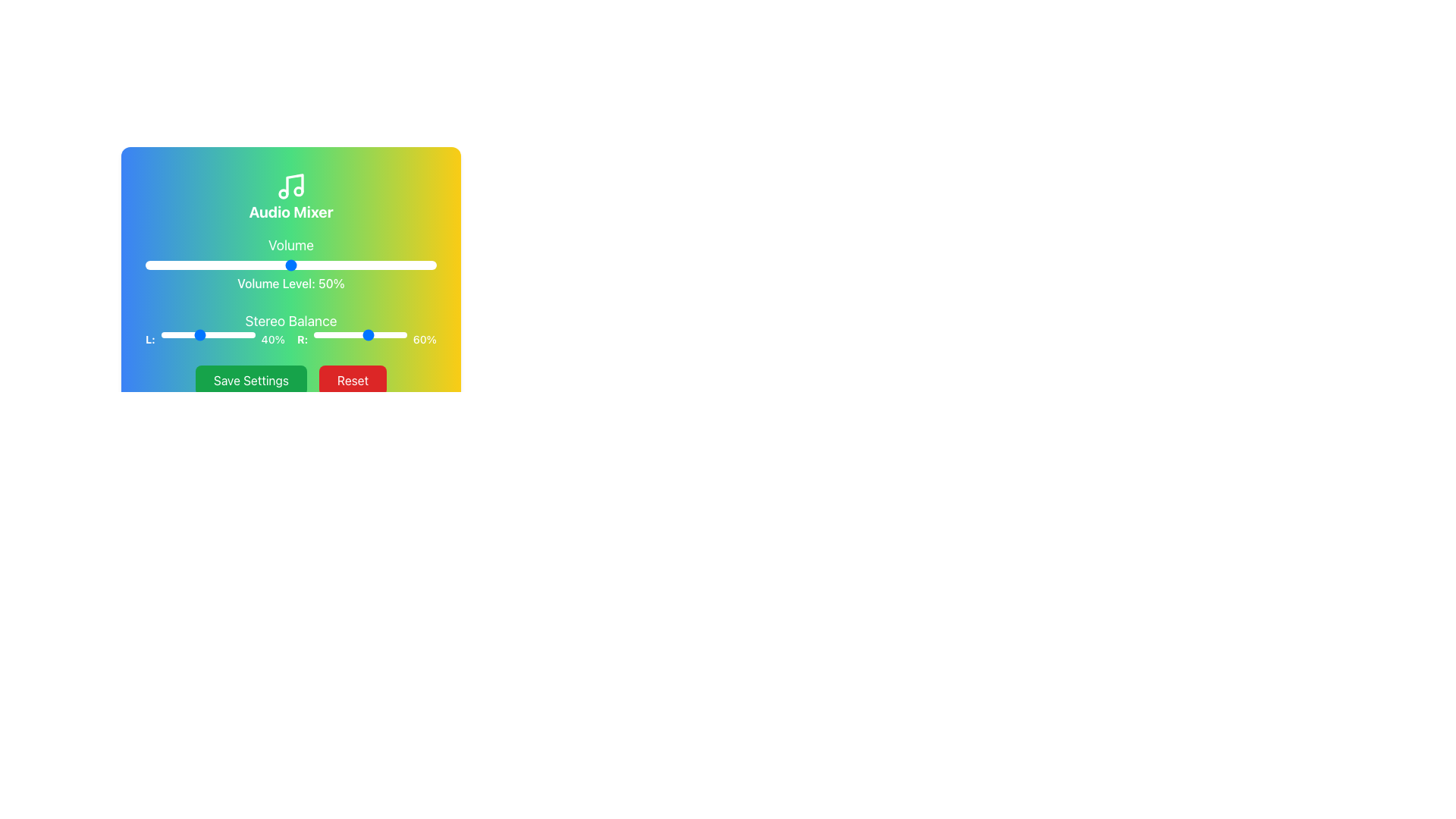 The image size is (1456, 819). What do you see at coordinates (291, 328) in the screenshot?
I see `the interactive sliders of the 'Stereo Balance' control group` at bounding box center [291, 328].